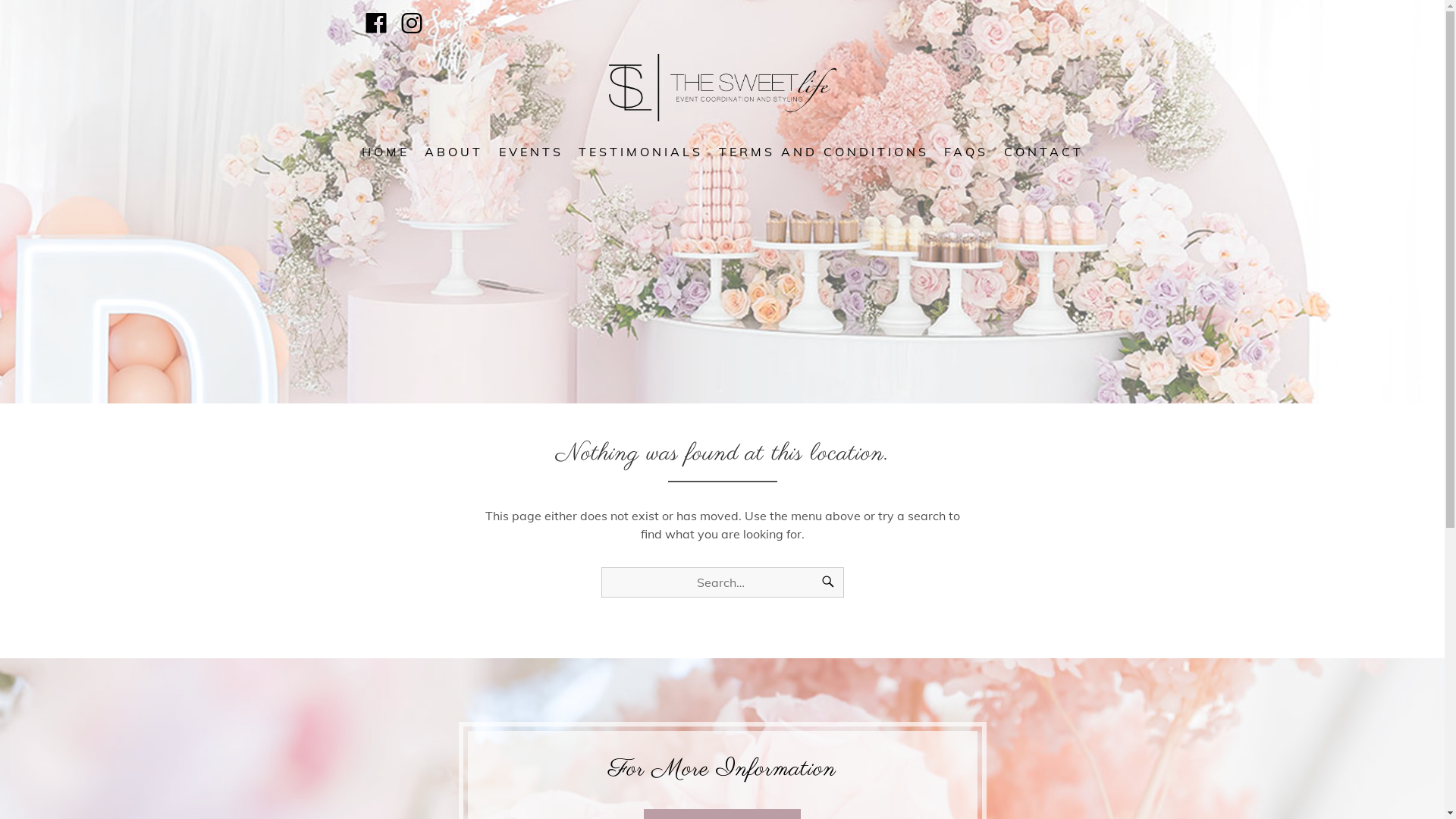 The width and height of the screenshot is (1456, 819). Describe the element at coordinates (1043, 152) in the screenshot. I see `'CONTACT'` at that location.